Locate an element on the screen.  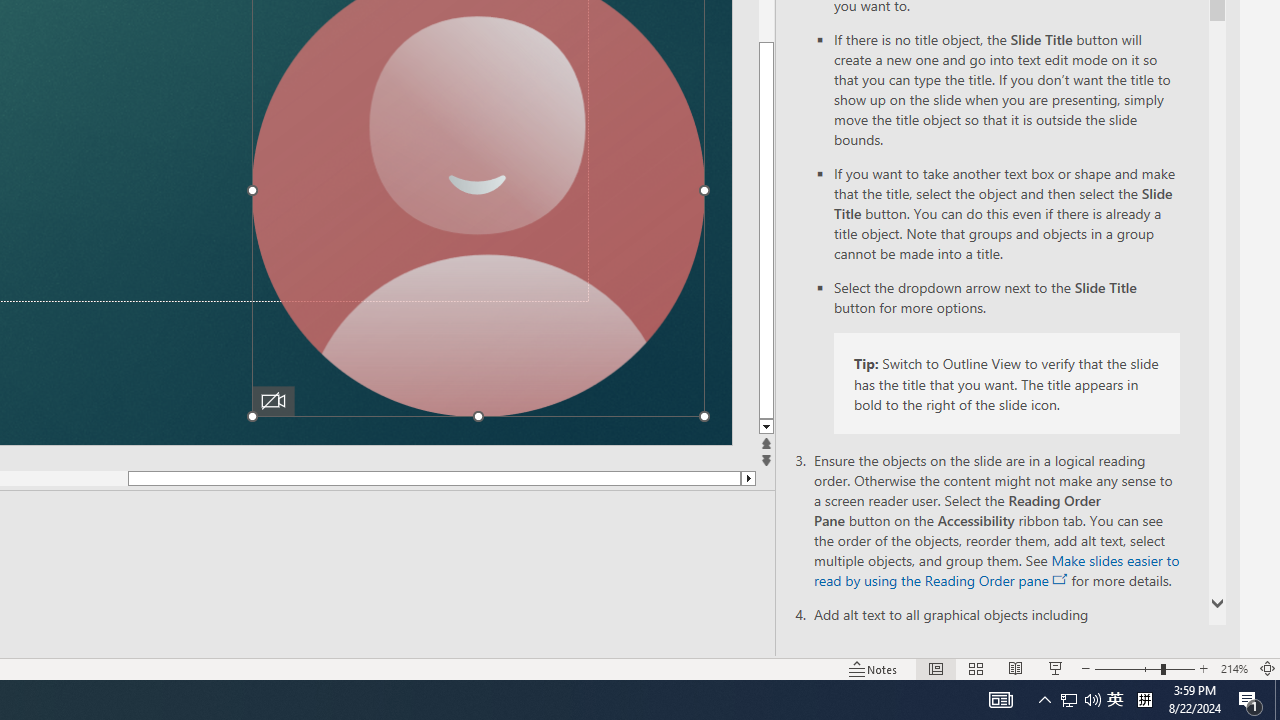
'Reading View' is located at coordinates (1015, 669).